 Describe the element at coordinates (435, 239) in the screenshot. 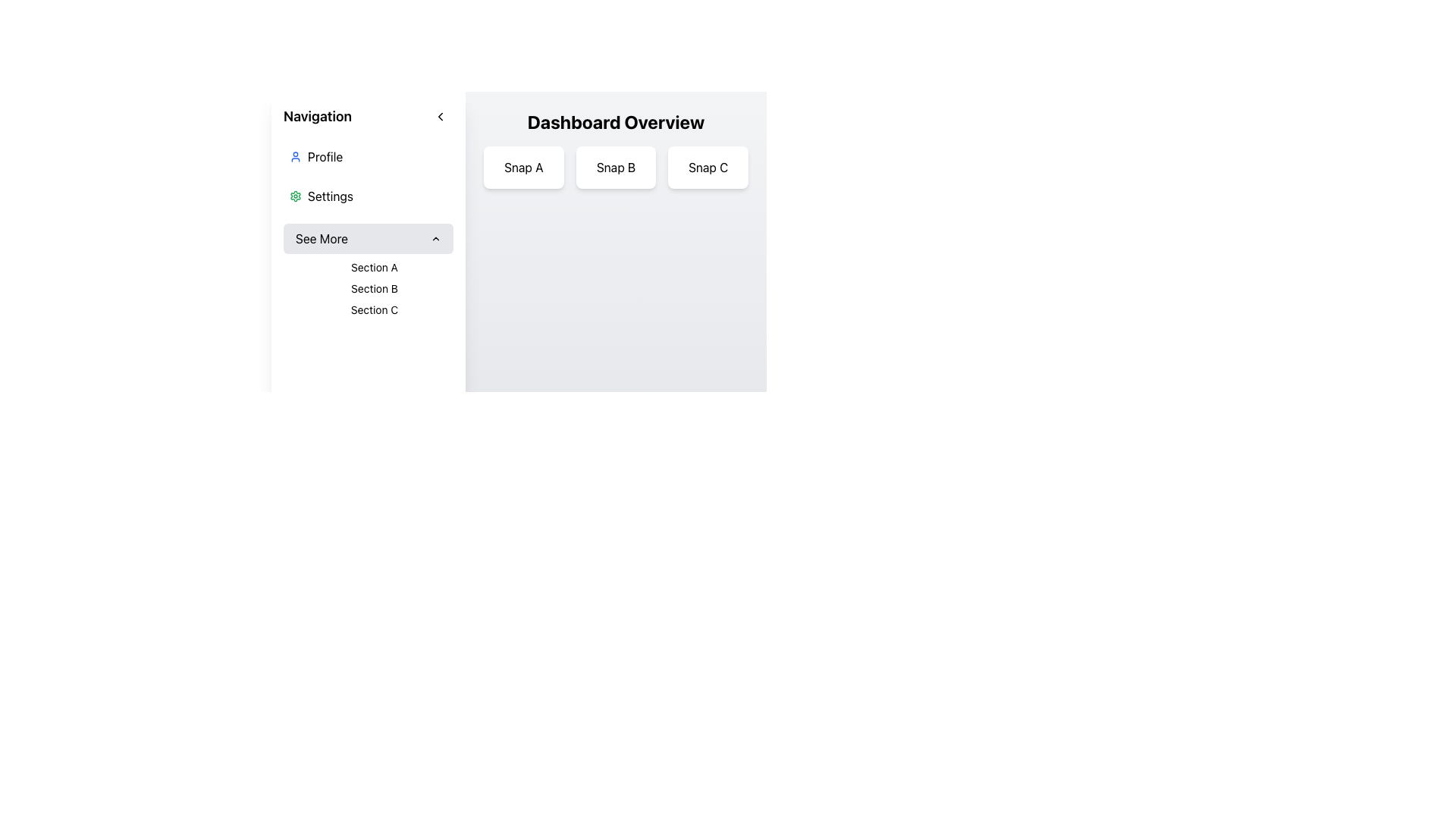

I see `the small upward-pointing arrow icon within the 'See More' button located in the navigation sidebar` at that location.